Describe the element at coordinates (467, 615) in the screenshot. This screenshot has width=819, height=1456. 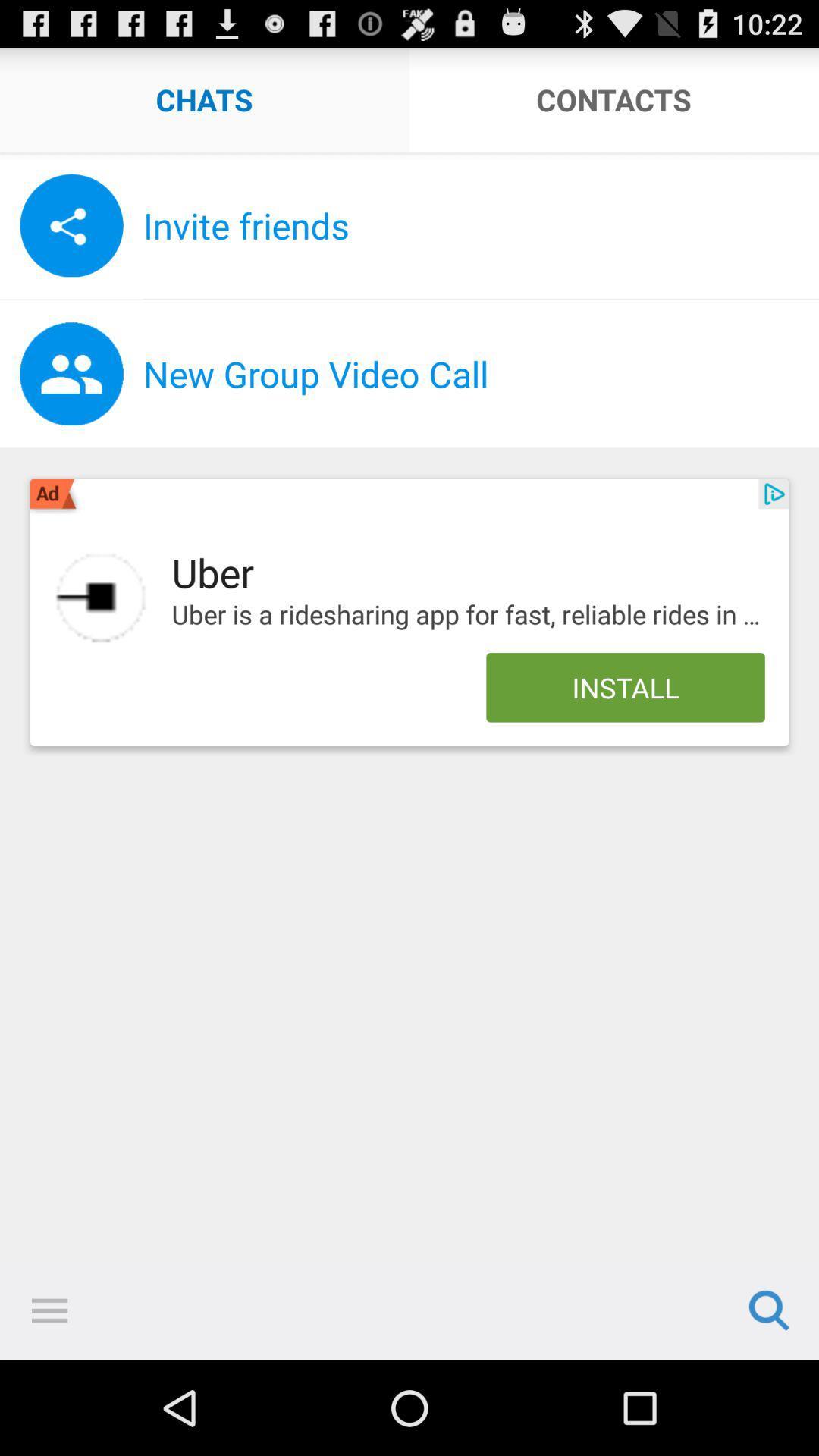
I see `the icon at the center` at that location.